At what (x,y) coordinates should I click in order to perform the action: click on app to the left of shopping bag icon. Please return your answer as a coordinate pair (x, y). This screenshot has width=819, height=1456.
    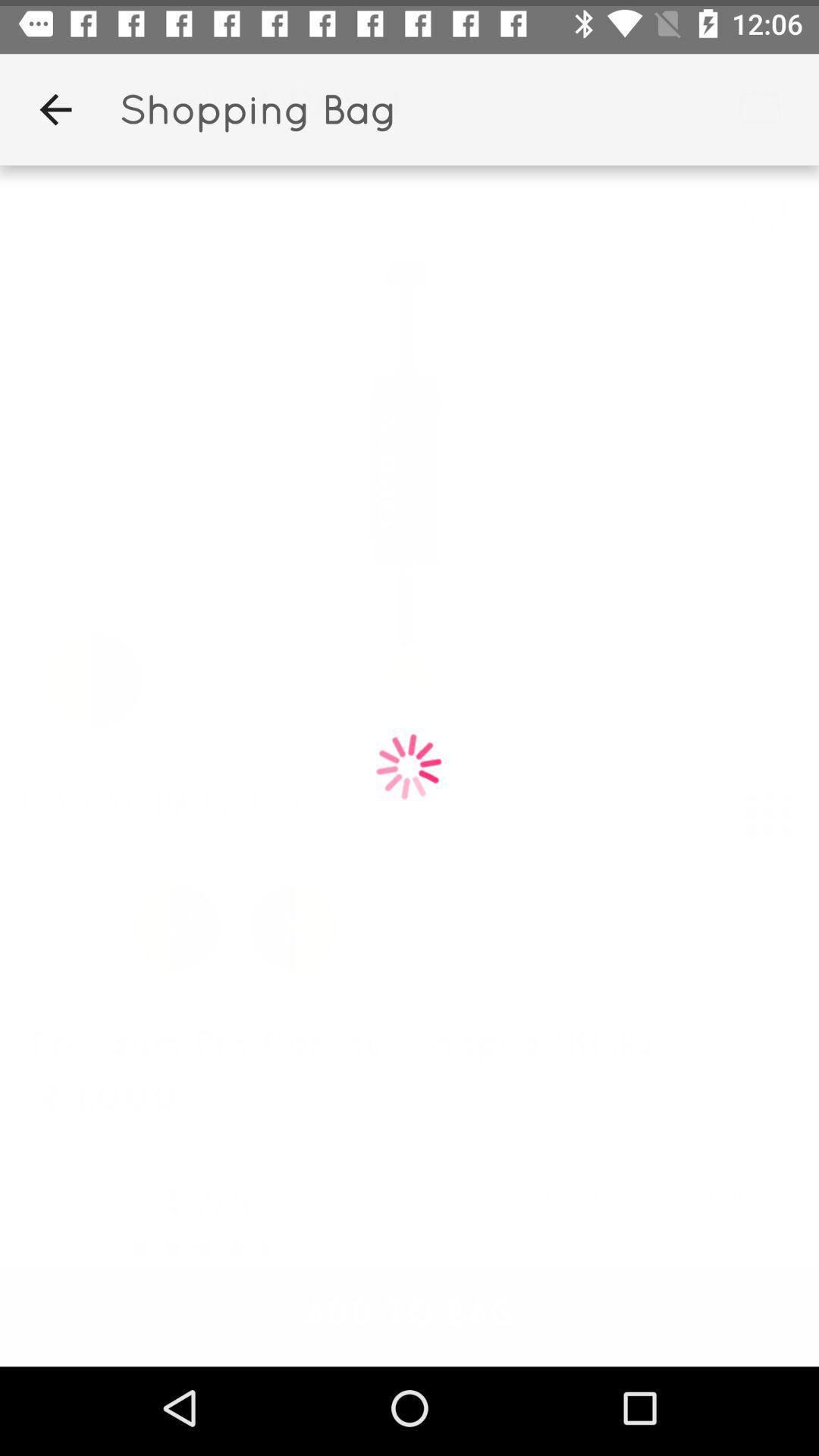
    Looking at the image, I should click on (55, 102).